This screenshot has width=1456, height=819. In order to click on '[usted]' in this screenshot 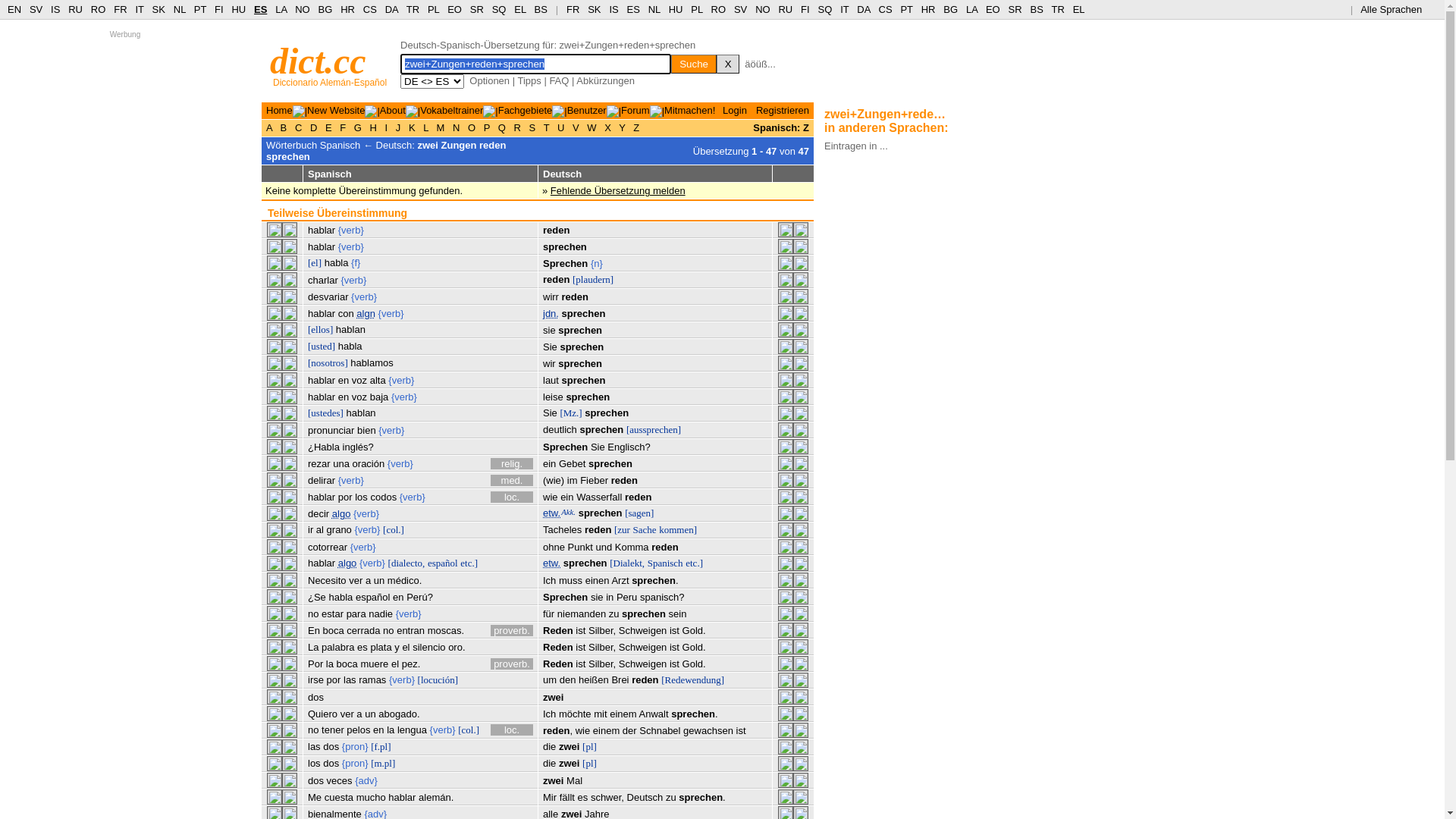, I will do `click(320, 346)`.